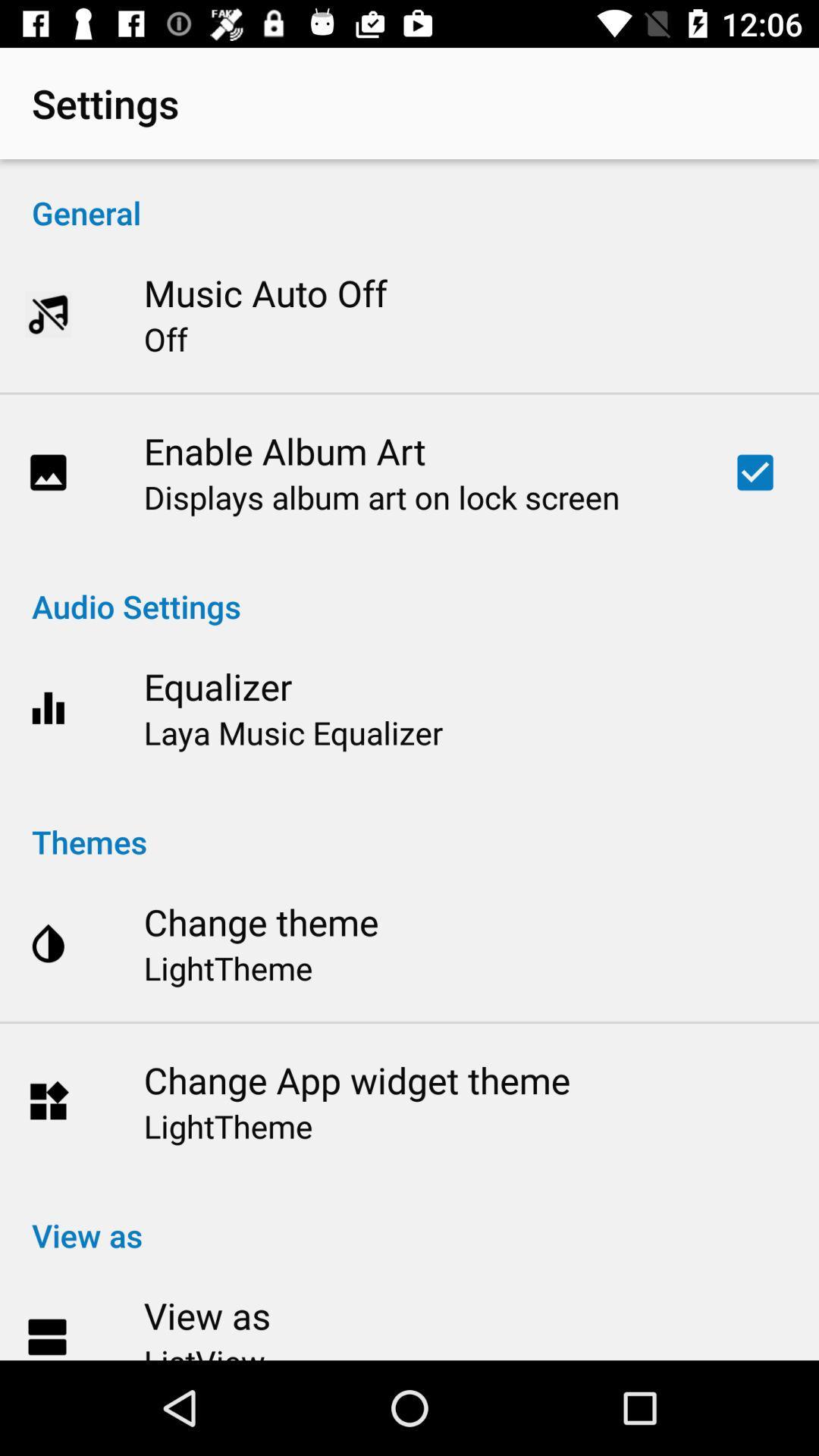 This screenshot has width=819, height=1456. Describe the element at coordinates (356, 1079) in the screenshot. I see `the change app widget` at that location.